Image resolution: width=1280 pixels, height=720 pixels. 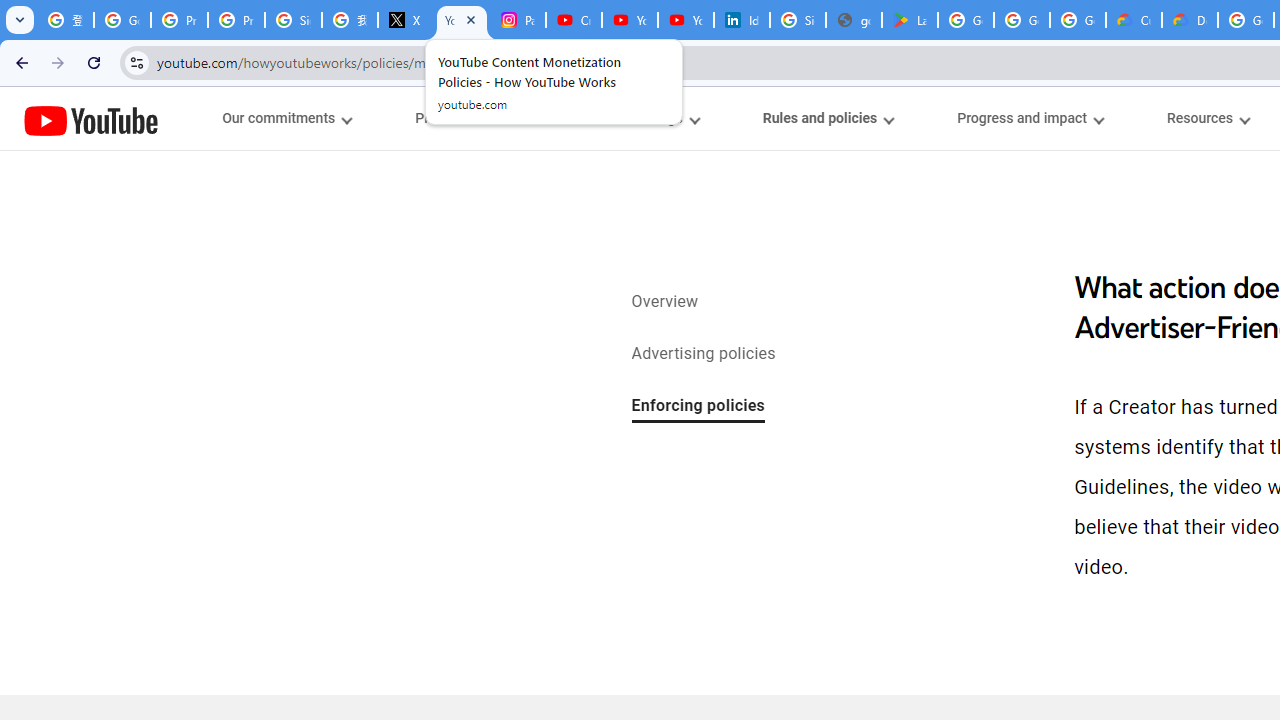 What do you see at coordinates (285, 118) in the screenshot?
I see `'Our commitments menupopup'` at bounding box center [285, 118].